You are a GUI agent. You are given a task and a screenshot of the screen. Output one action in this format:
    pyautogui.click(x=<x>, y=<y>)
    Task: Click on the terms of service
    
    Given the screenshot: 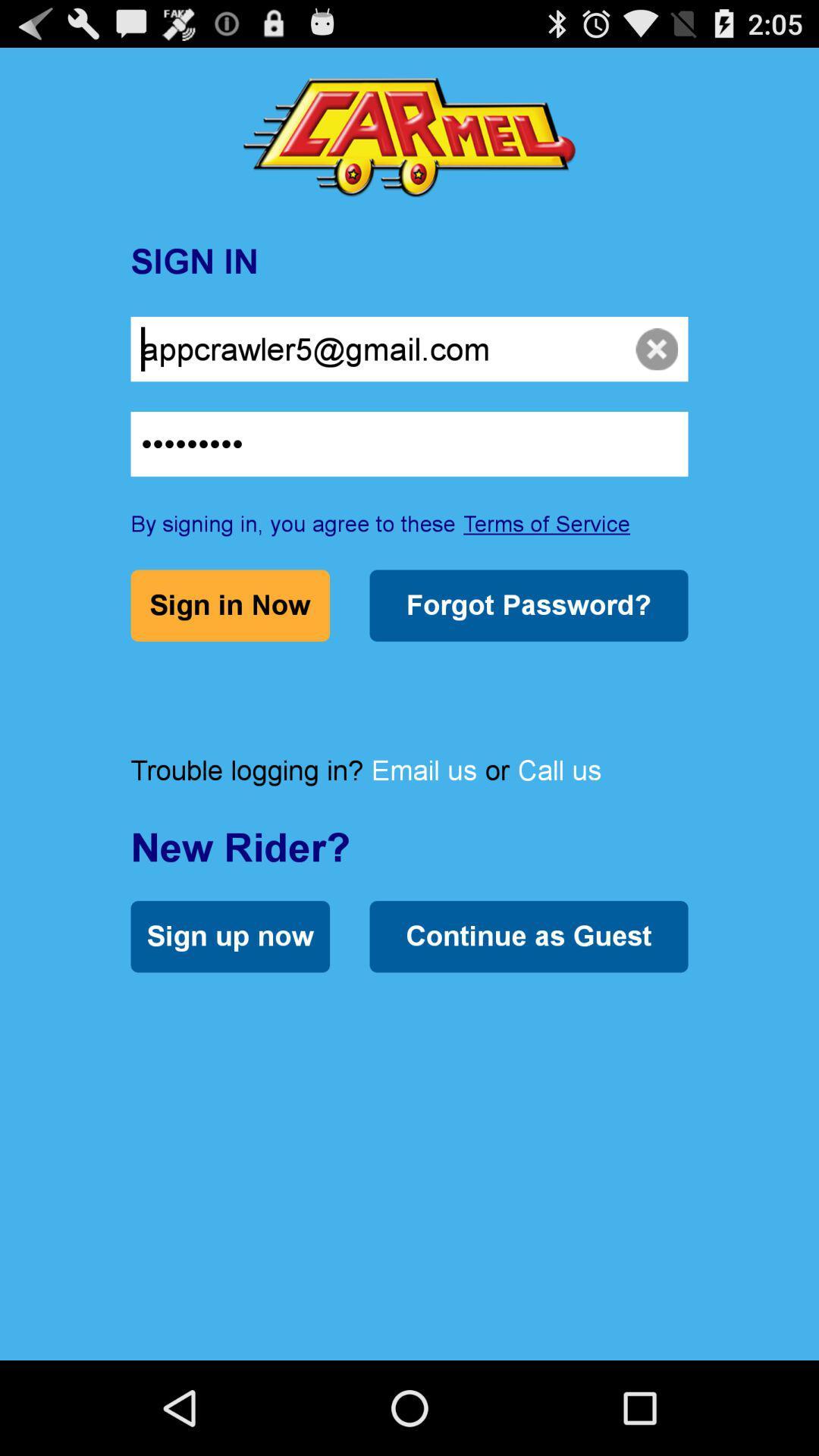 What is the action you would take?
    pyautogui.click(x=547, y=524)
    